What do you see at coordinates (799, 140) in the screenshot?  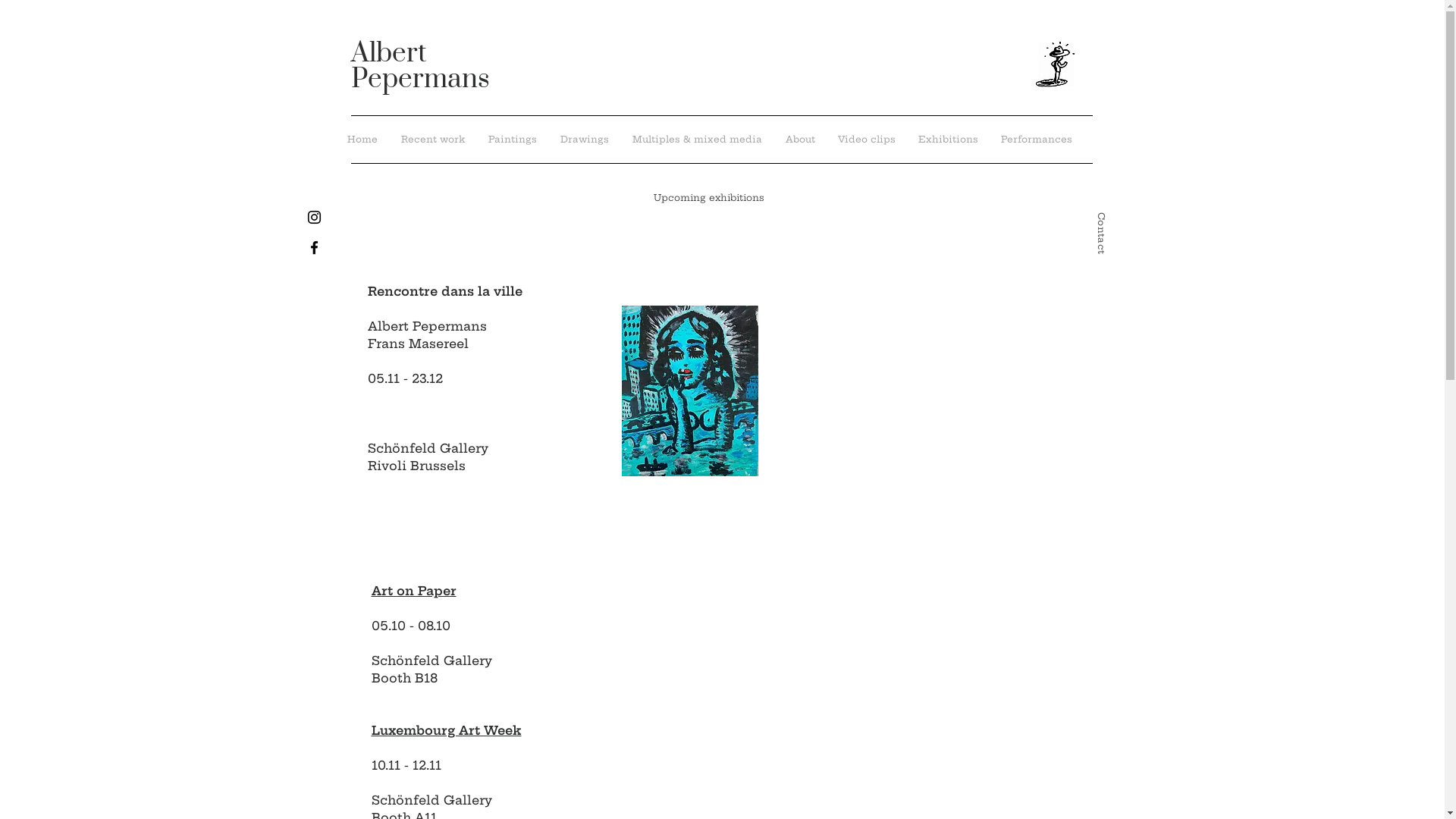 I see `'About'` at bounding box center [799, 140].